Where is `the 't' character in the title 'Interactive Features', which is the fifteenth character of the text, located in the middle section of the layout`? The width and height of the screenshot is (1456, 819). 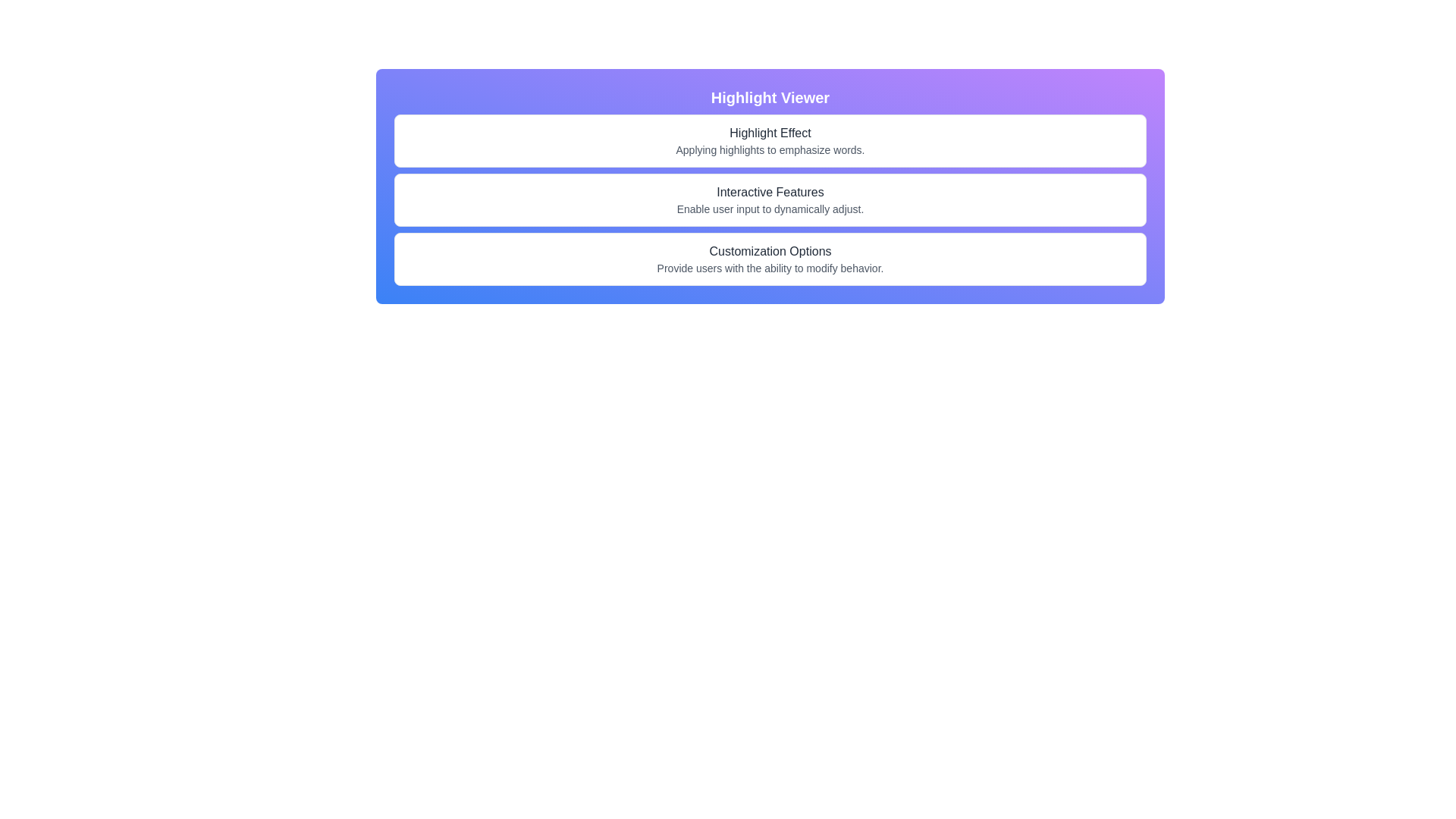
the 't' character in the title 'Interactive Features', which is the fifteenth character of the text, located in the middle section of the layout is located at coordinates (798, 191).